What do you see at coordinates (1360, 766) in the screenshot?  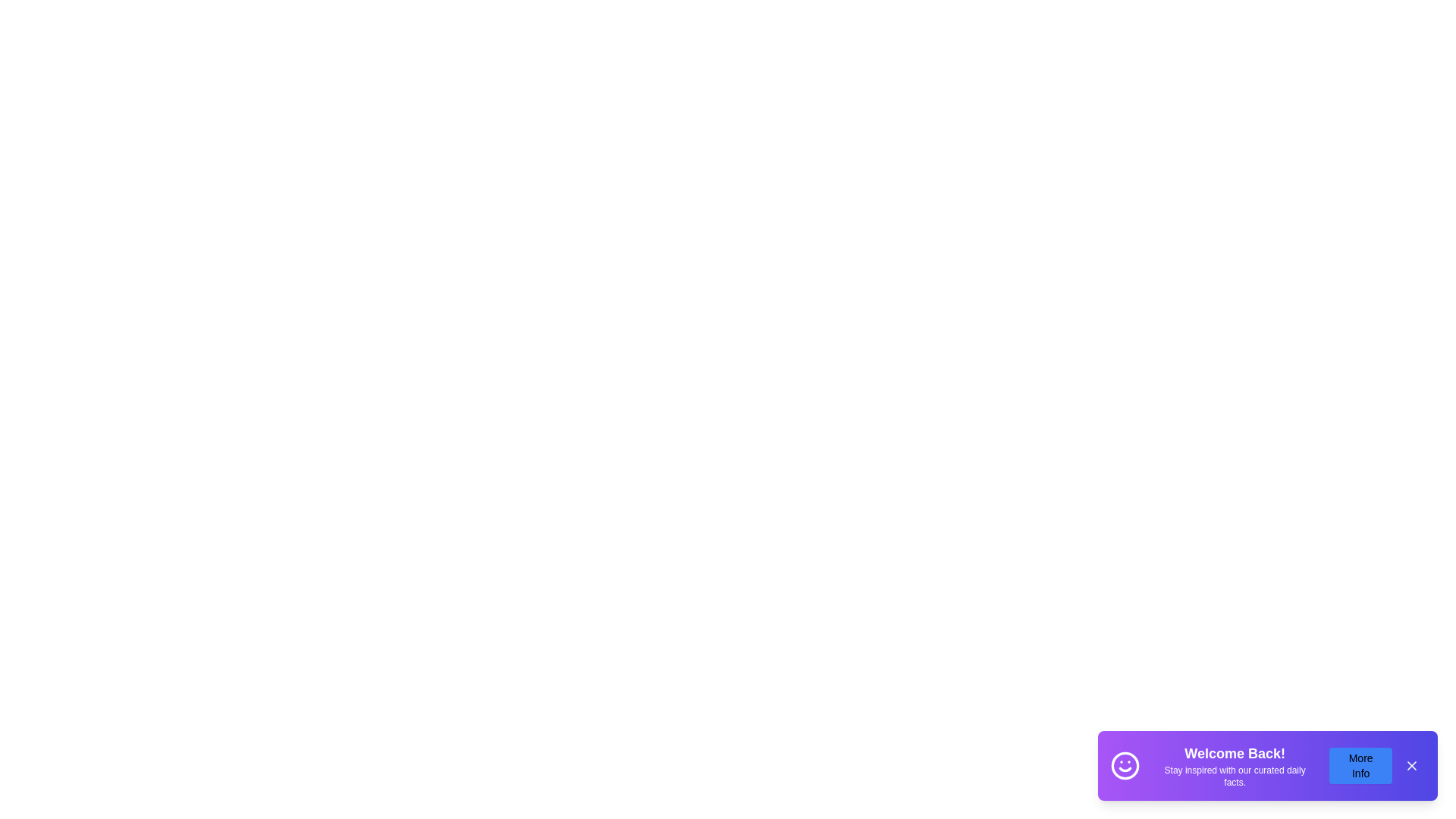 I see `the more_info_button to trigger its hover effect` at bounding box center [1360, 766].